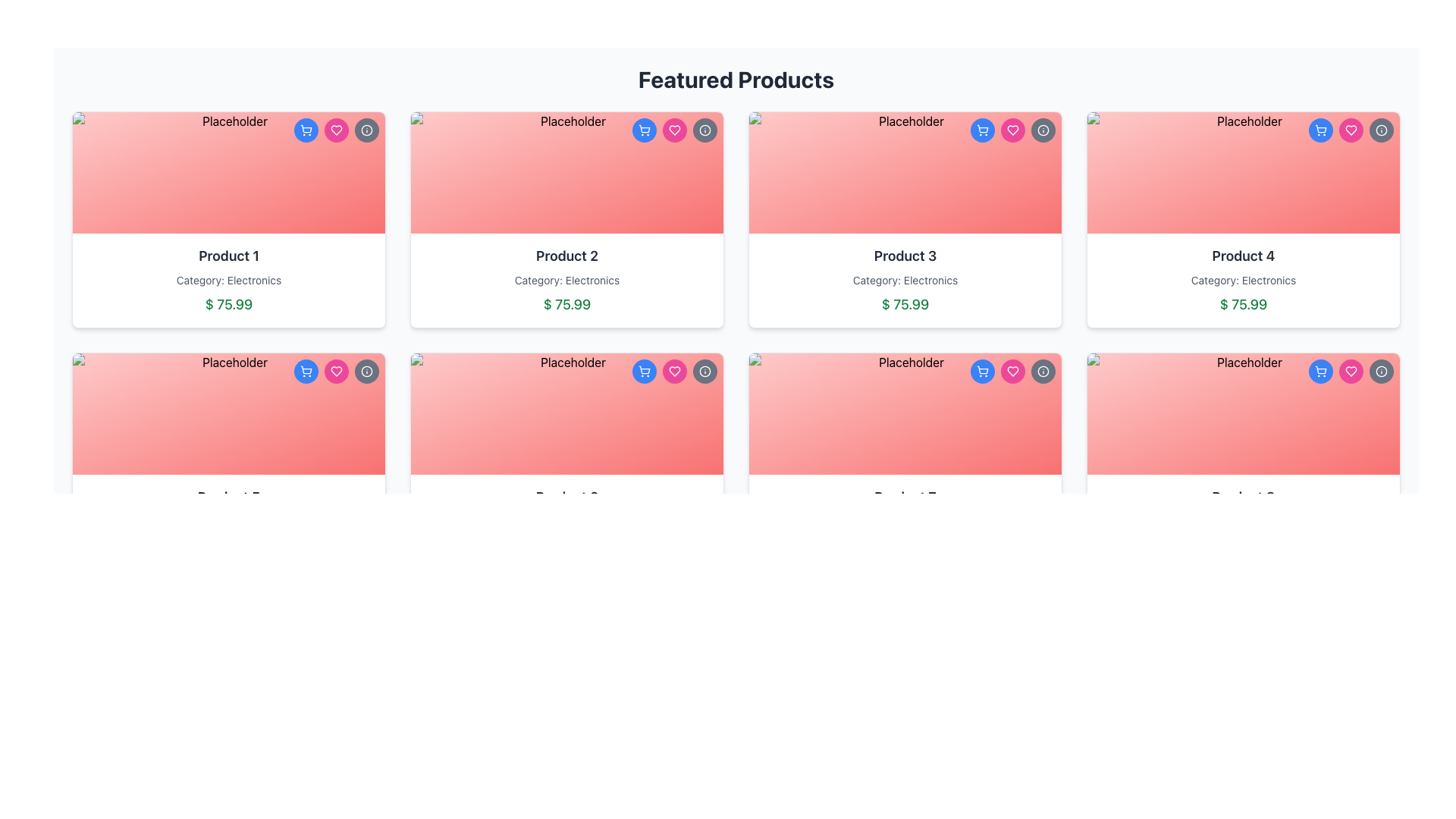 The image size is (1456, 819). What do you see at coordinates (1043, 371) in the screenshot?
I see `the circular info button with a gray background and white border located in the upper-right corner of the card for 'Product 3'` at bounding box center [1043, 371].